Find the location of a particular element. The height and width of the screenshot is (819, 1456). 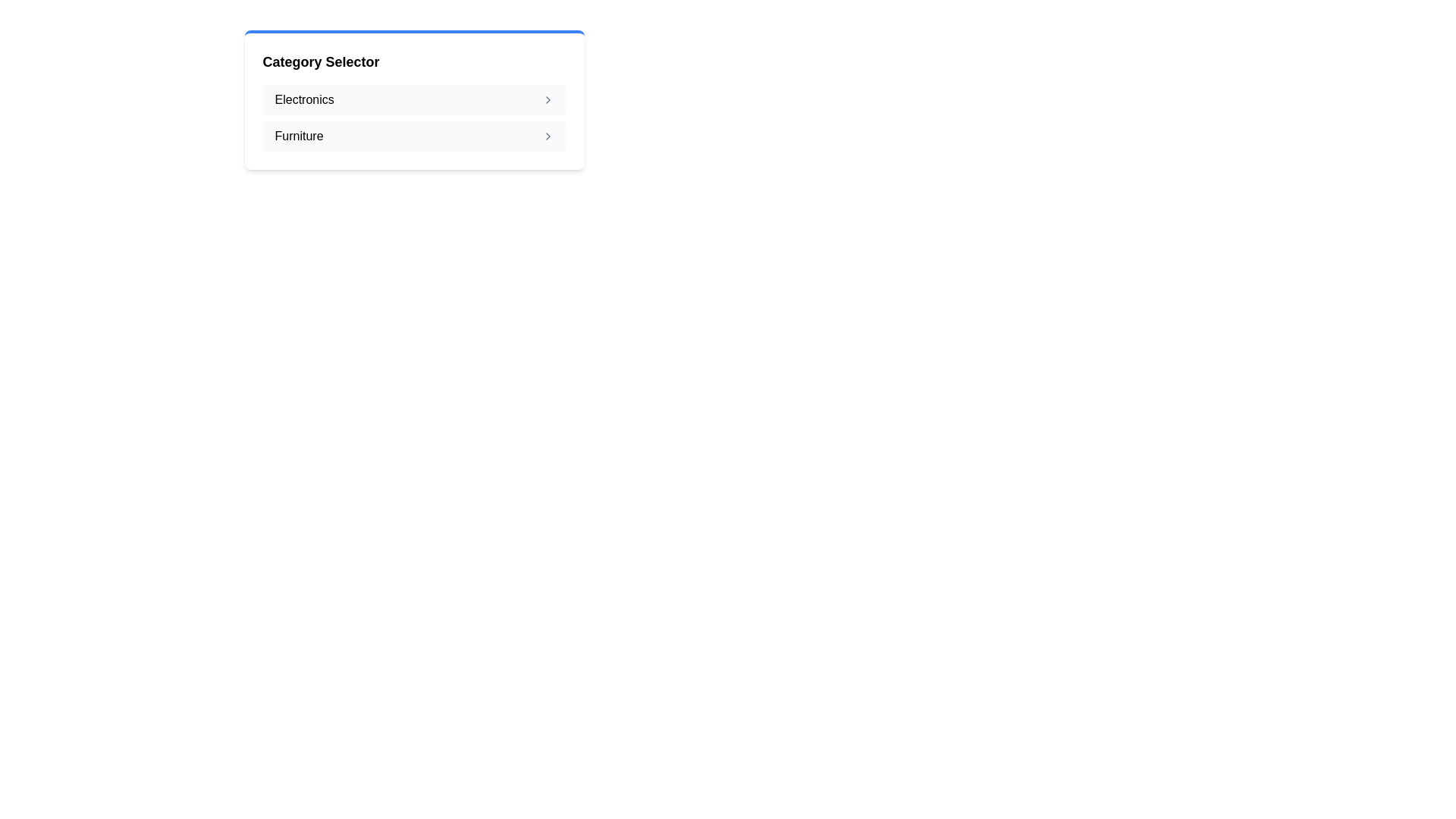

the 'Furniture' button-like interactive list item to change its background color from light gray to light blue is located at coordinates (414, 136).